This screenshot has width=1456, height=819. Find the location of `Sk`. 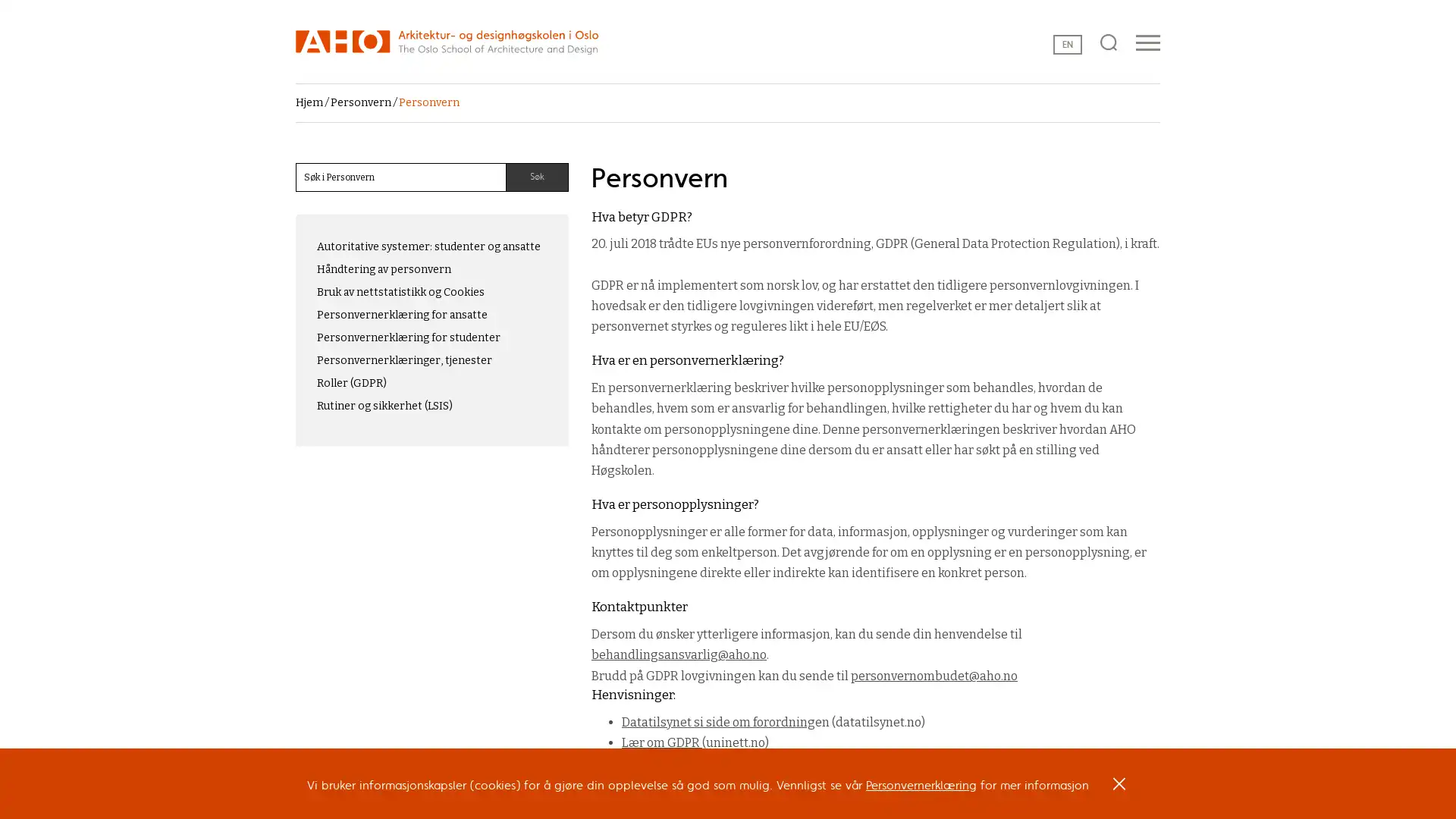

Sk is located at coordinates (537, 177).